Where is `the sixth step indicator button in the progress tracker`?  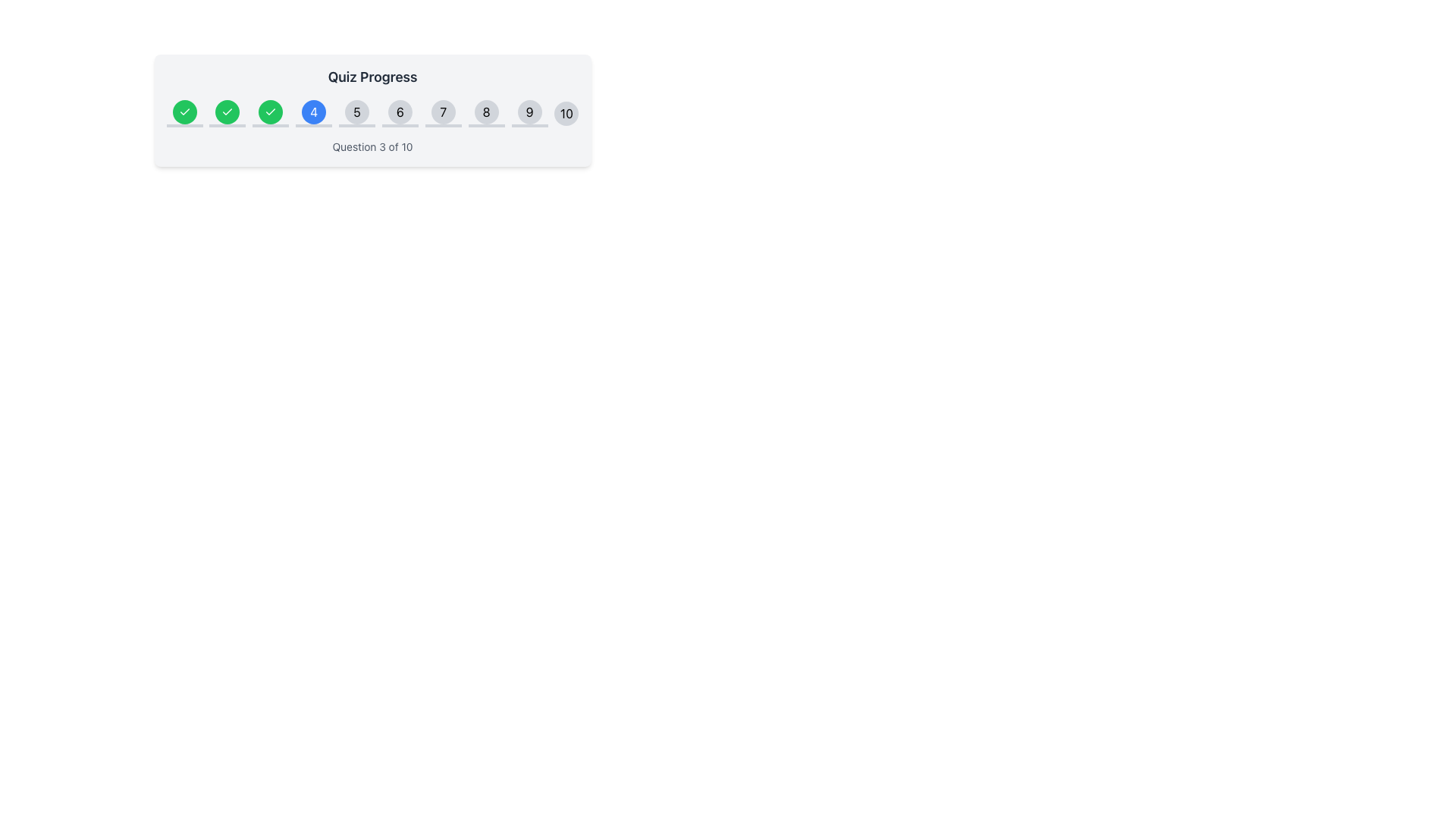 the sixth step indicator button in the progress tracker is located at coordinates (400, 113).